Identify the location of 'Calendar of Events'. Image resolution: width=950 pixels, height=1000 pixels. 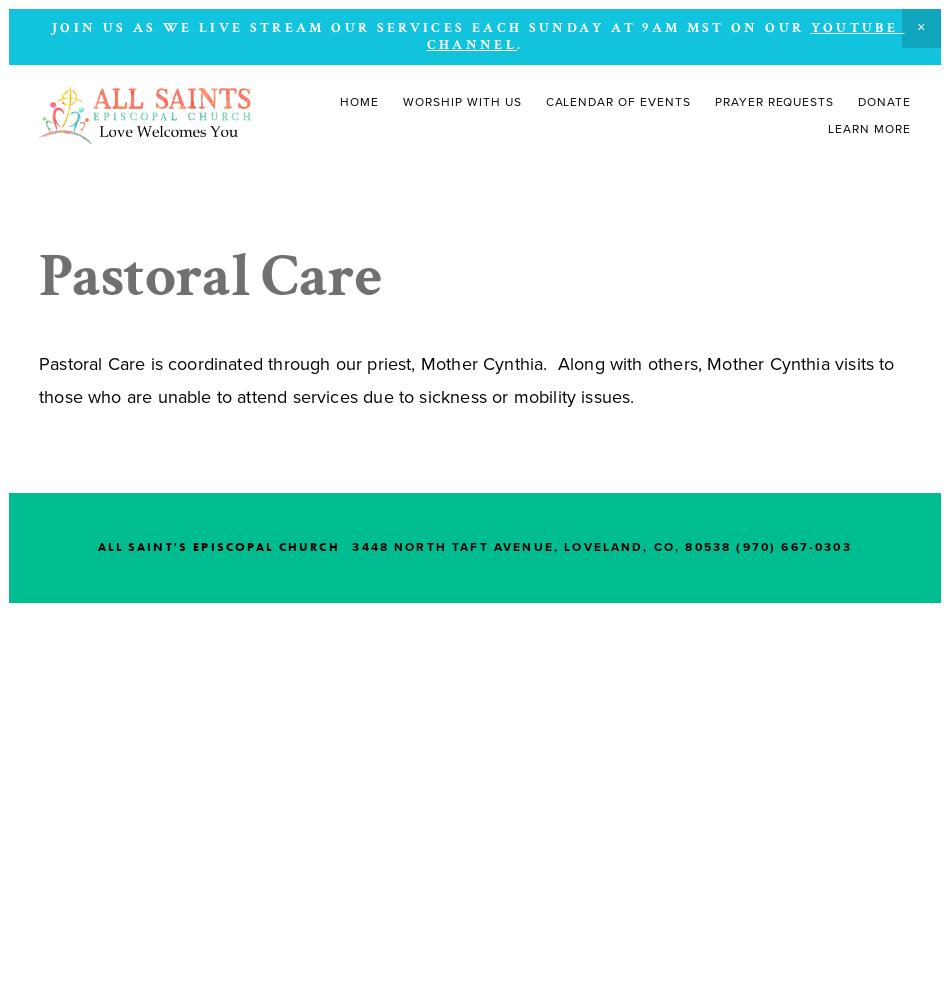
(617, 101).